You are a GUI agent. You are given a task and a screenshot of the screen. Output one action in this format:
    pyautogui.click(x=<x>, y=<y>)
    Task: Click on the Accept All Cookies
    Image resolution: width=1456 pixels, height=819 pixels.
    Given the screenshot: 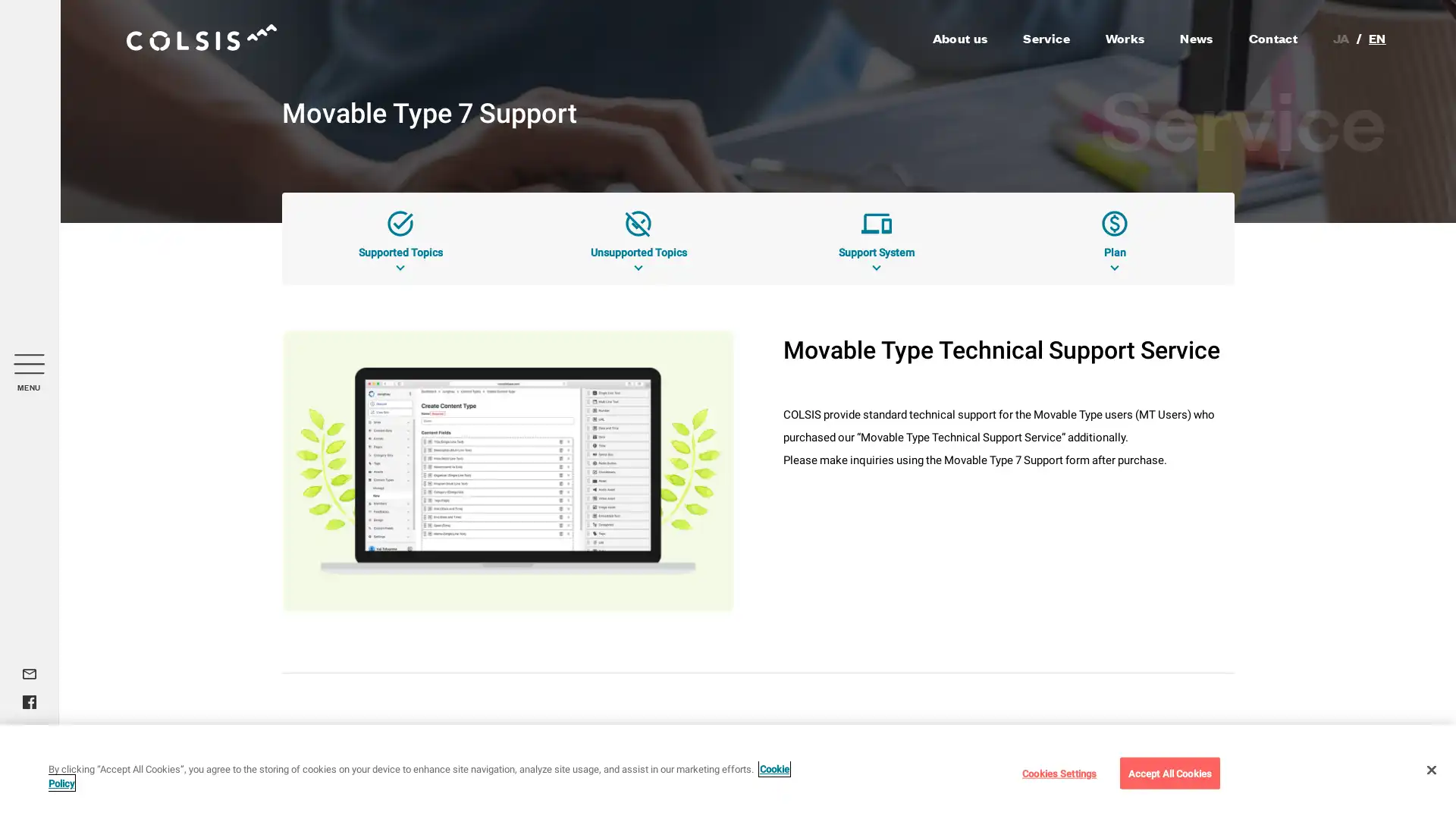 What is the action you would take?
    pyautogui.click(x=1169, y=772)
    